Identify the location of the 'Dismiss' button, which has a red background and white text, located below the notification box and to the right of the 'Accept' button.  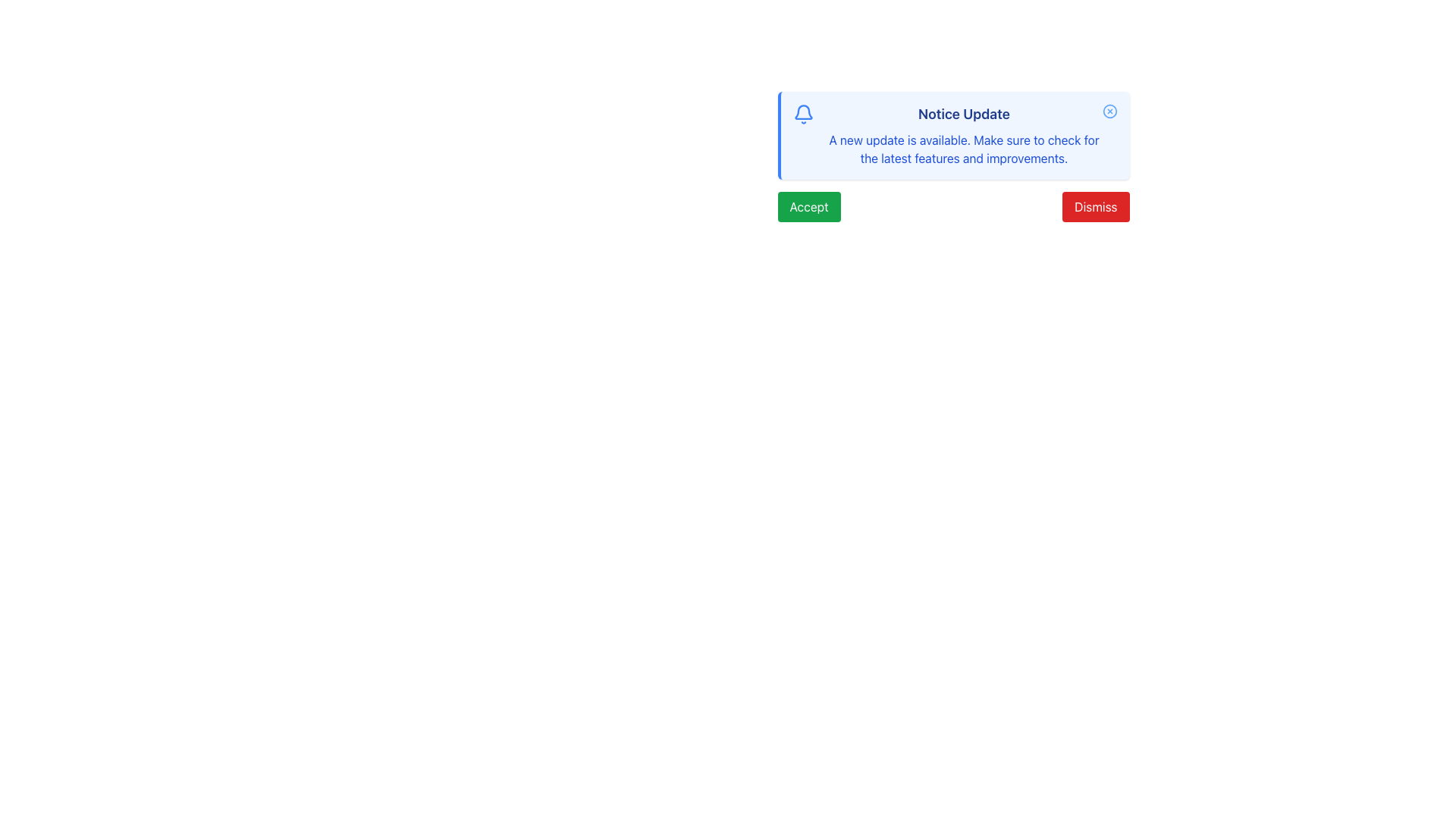
(1096, 207).